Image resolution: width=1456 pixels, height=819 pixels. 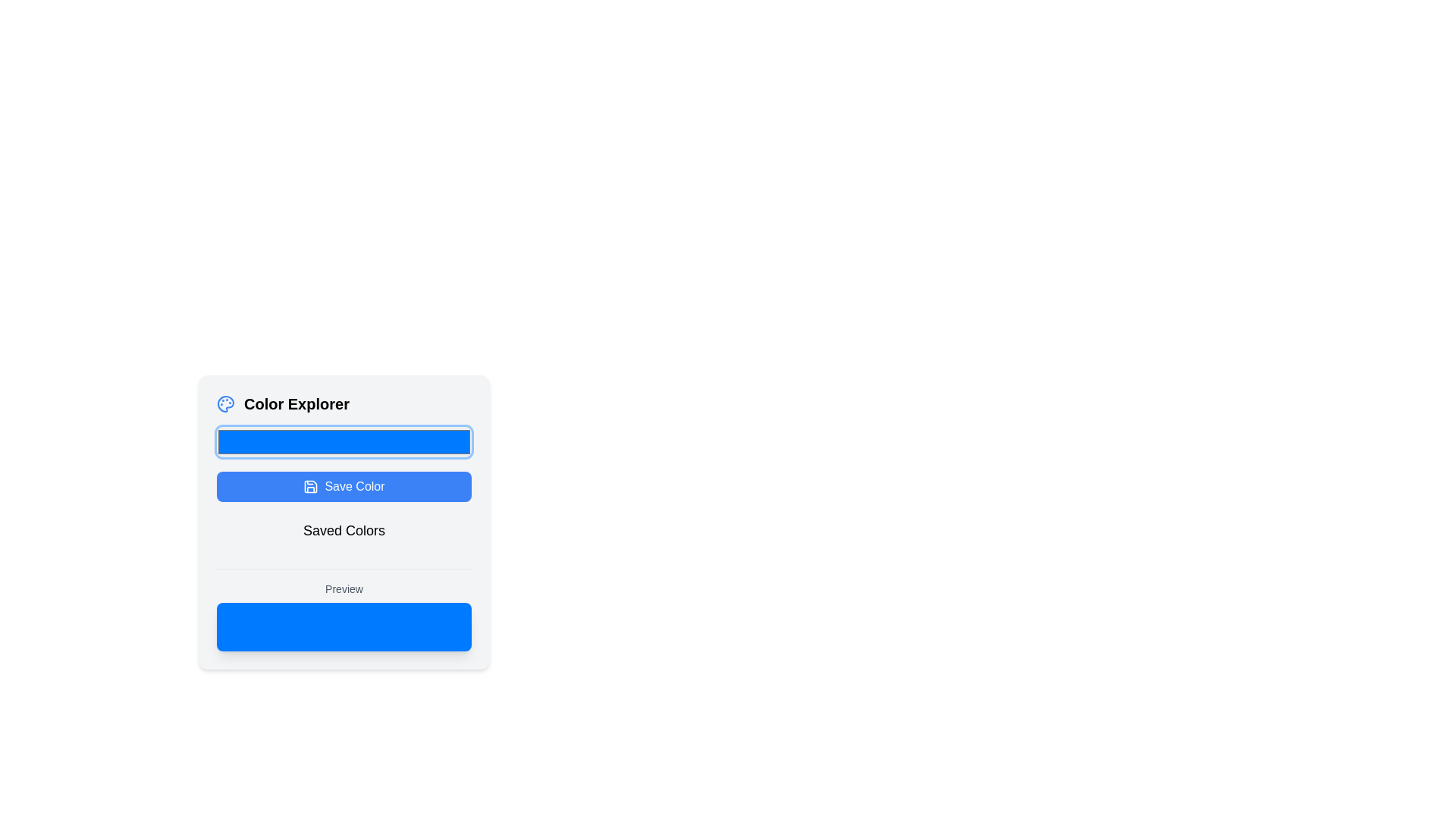 What do you see at coordinates (344, 441) in the screenshot?
I see `the Color Picker located just below the 'Color Explorer' section` at bounding box center [344, 441].